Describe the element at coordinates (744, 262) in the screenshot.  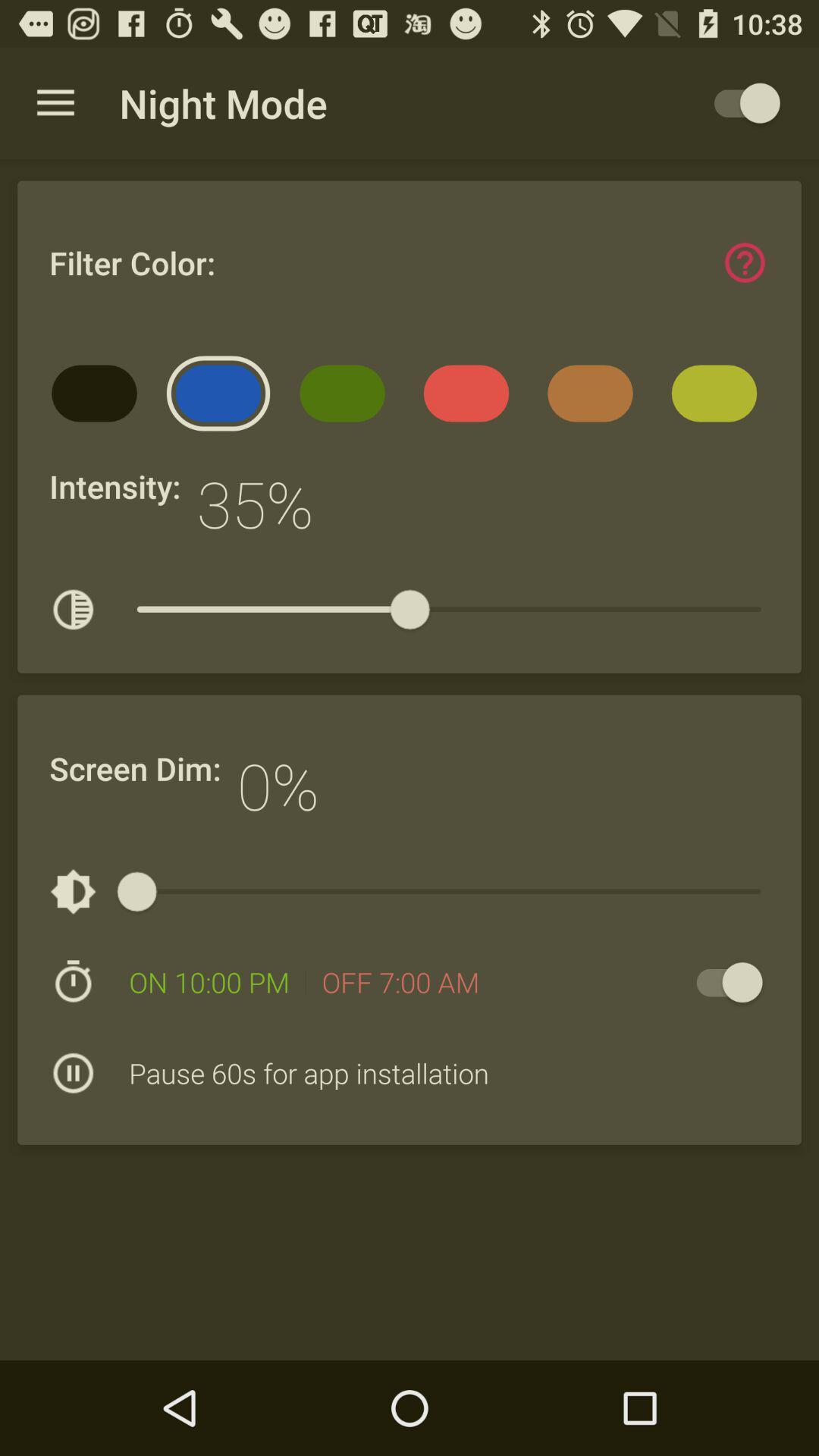
I see `item next to the filter color: icon` at that location.